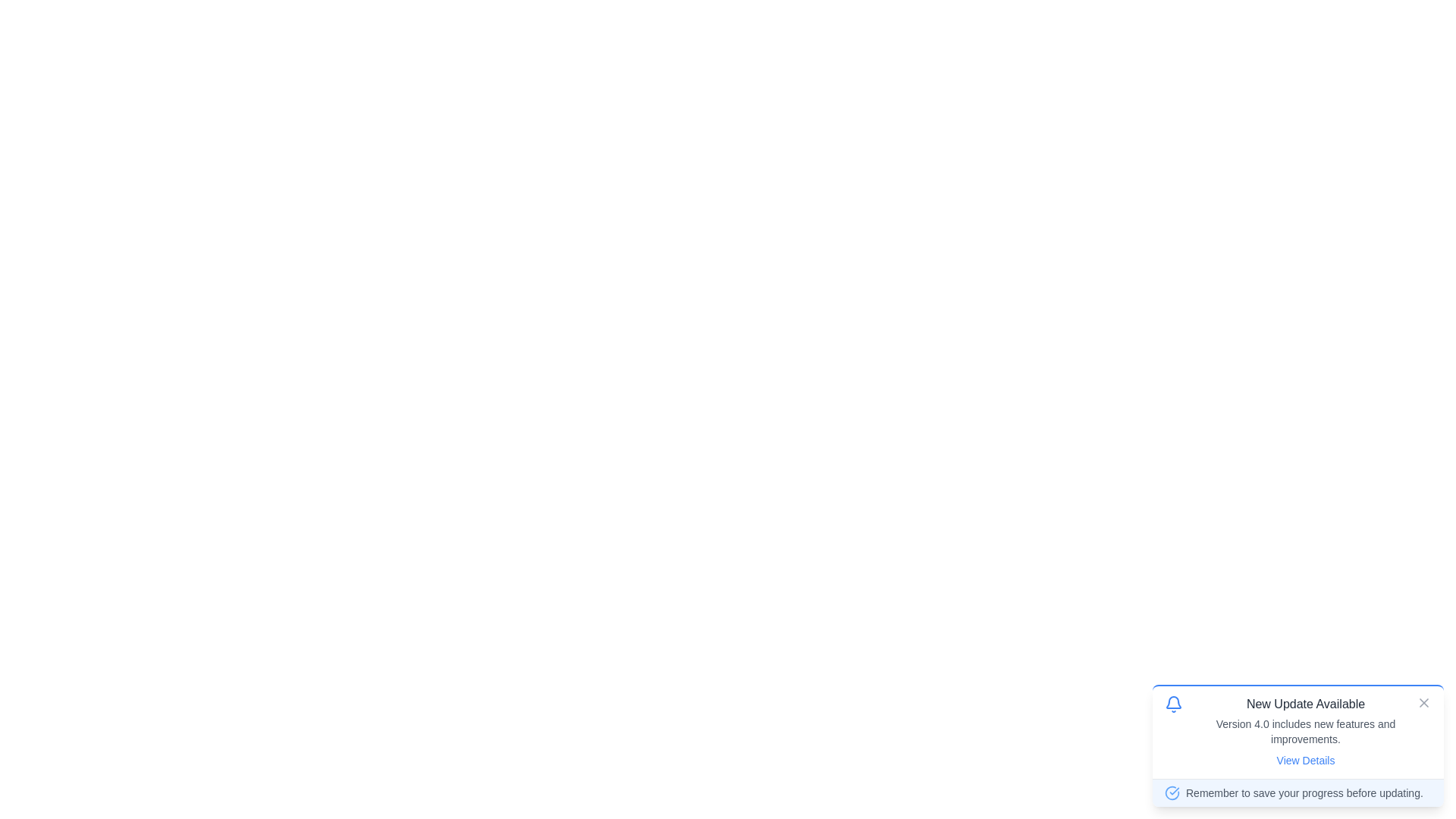  I want to click on the non-interactive Text label that serves as a header for a new update notification, which is positioned at the top of the notification box, so click(1305, 704).